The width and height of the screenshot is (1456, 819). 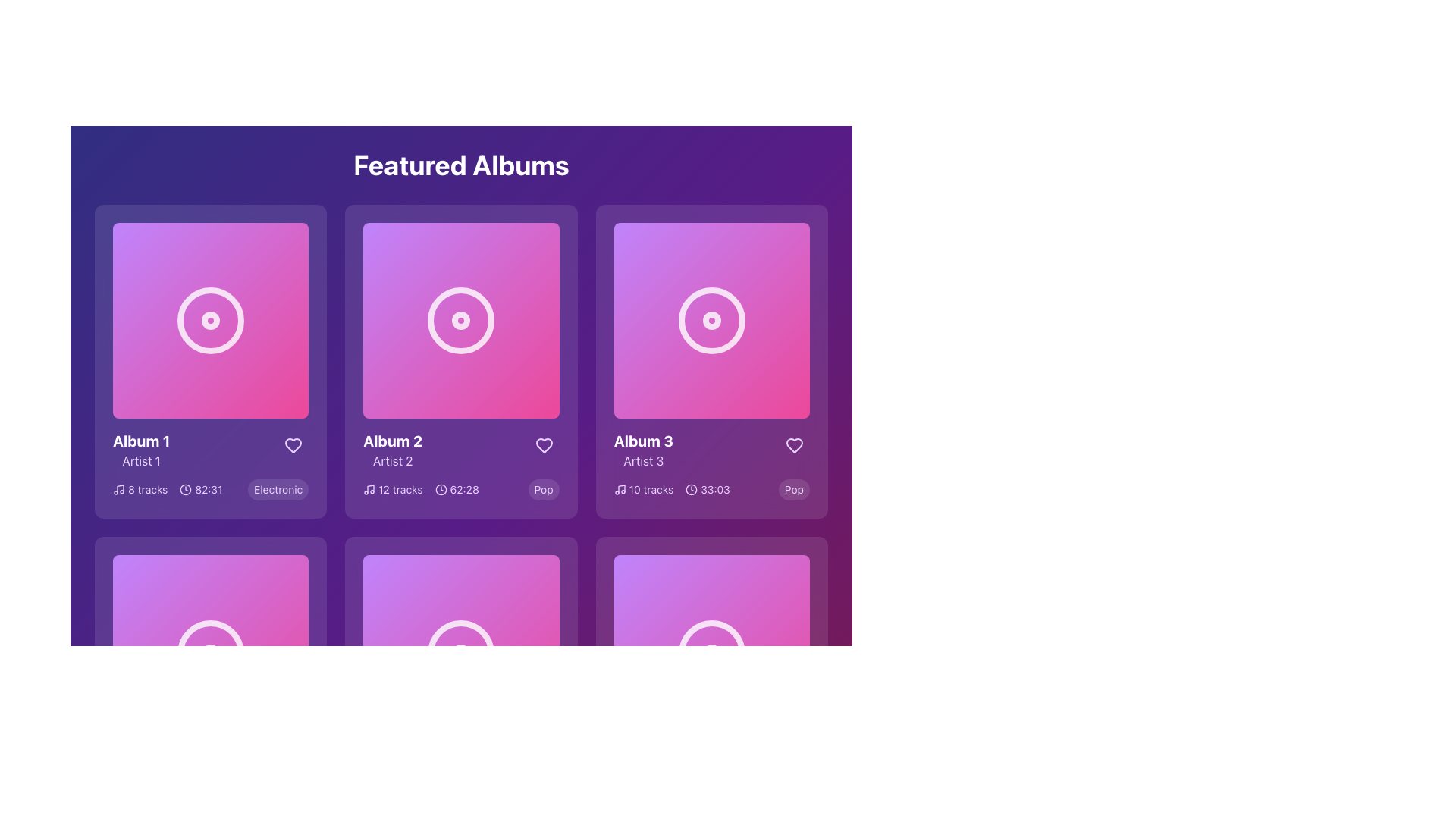 What do you see at coordinates (210, 652) in the screenshot?
I see `the graphic details of the Decorative album cover placeholder located in the second row, first column of the album entries grid, directly below 'Album 1'` at bounding box center [210, 652].